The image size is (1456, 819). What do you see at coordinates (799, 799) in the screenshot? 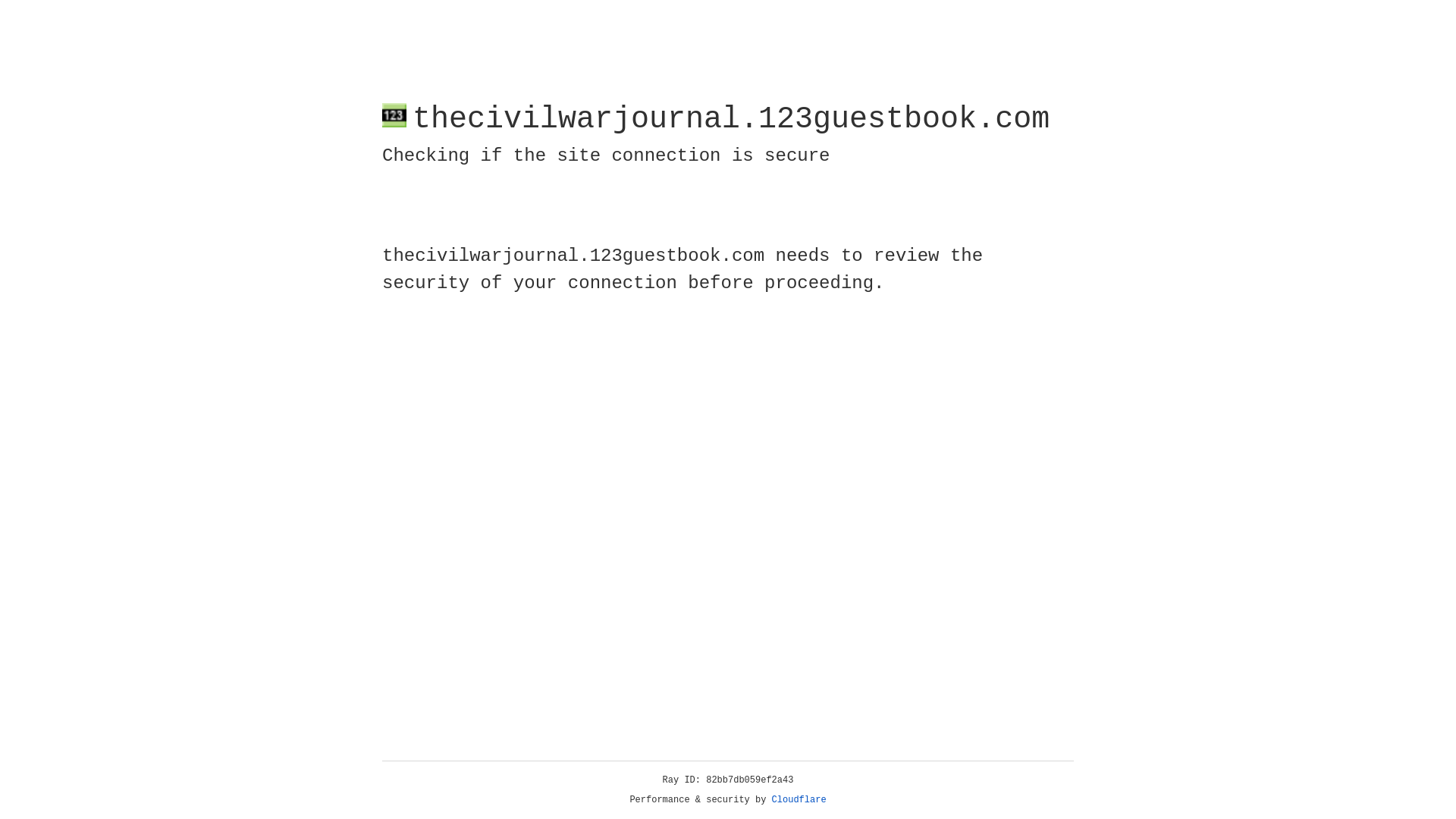
I see `'Cloudflare'` at bounding box center [799, 799].